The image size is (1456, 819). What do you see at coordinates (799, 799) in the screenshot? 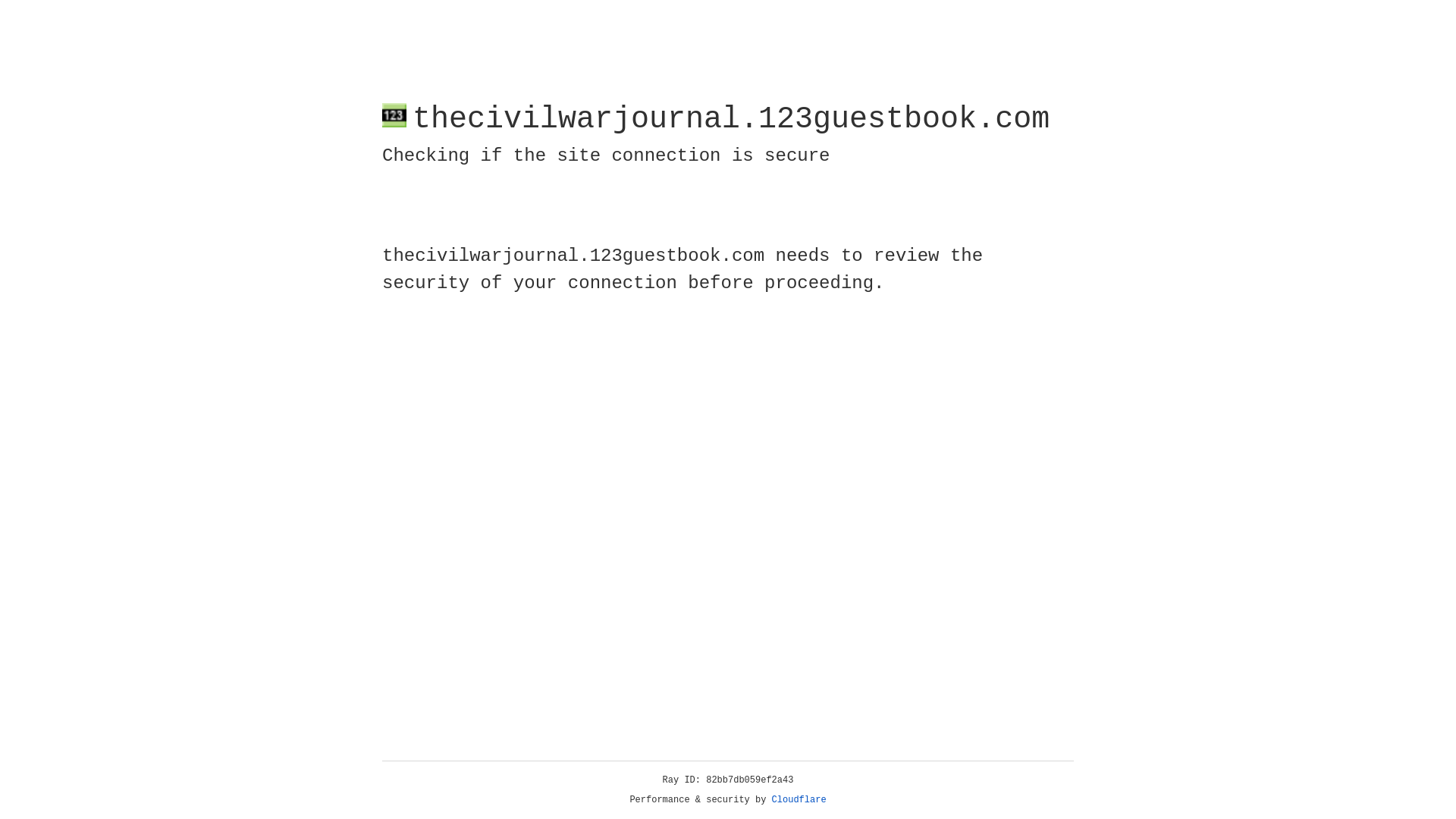
I see `'Cloudflare'` at bounding box center [799, 799].